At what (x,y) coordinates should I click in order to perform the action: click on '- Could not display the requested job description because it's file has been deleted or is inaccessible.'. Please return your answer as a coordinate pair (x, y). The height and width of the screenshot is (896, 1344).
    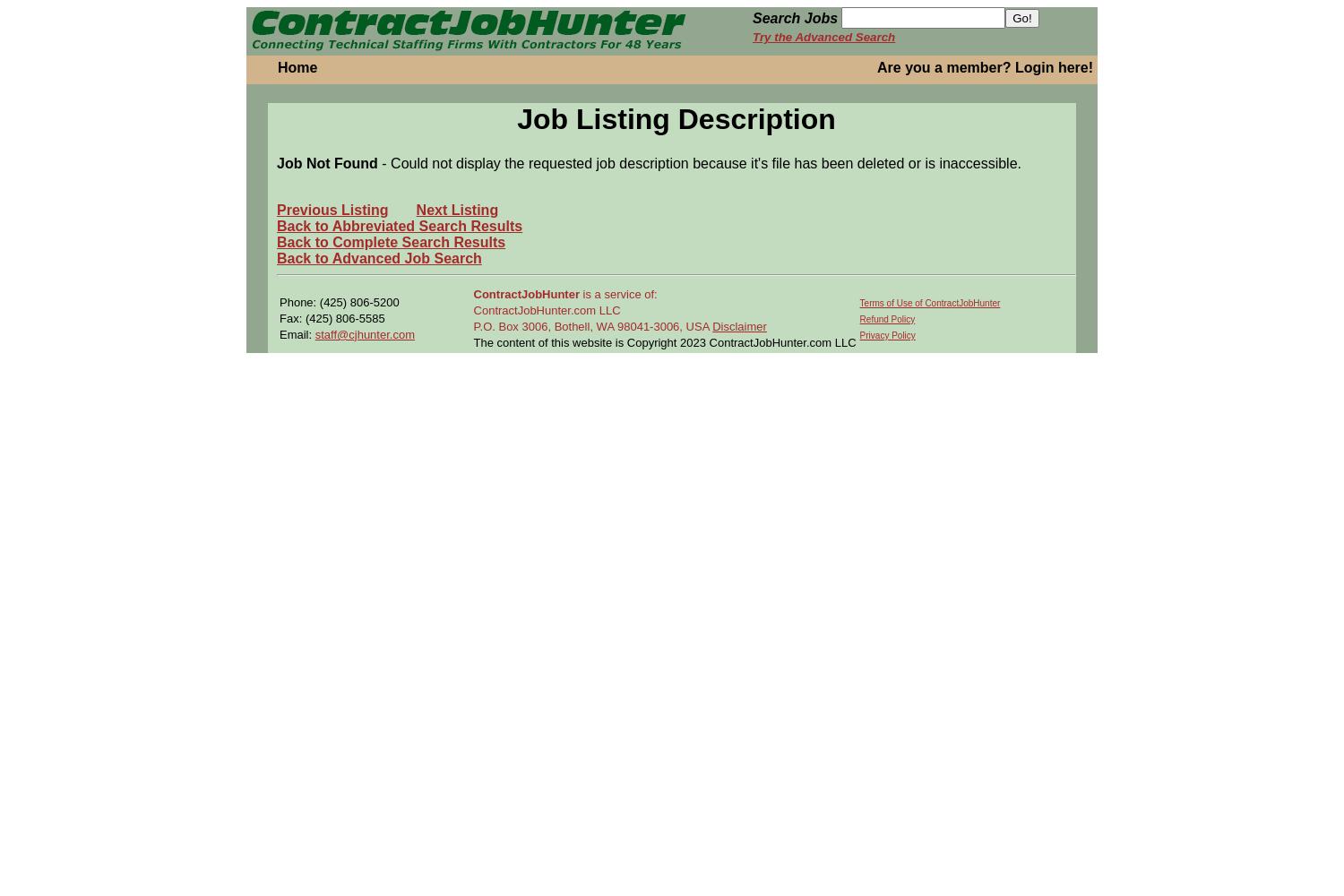
    Looking at the image, I should click on (699, 162).